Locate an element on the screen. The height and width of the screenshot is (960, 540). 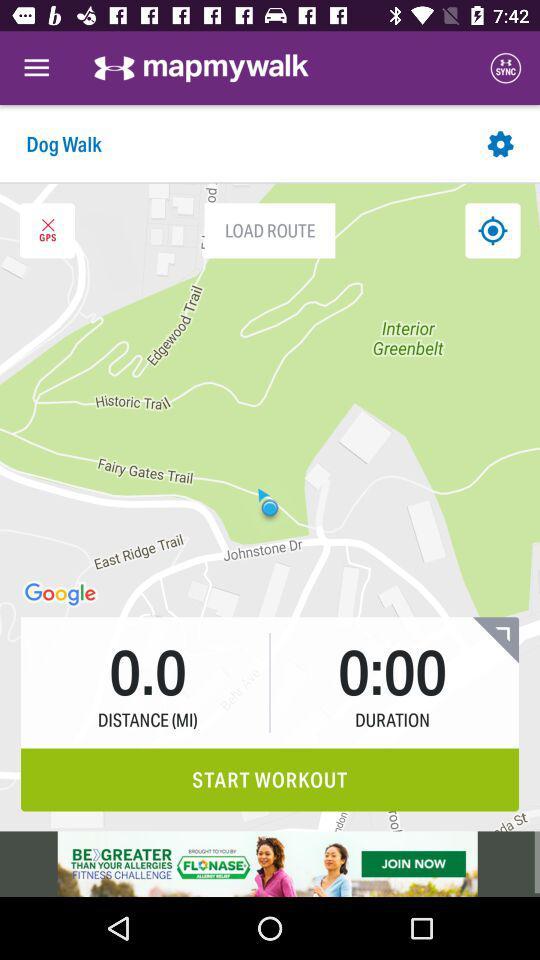
time is located at coordinates (494, 639).